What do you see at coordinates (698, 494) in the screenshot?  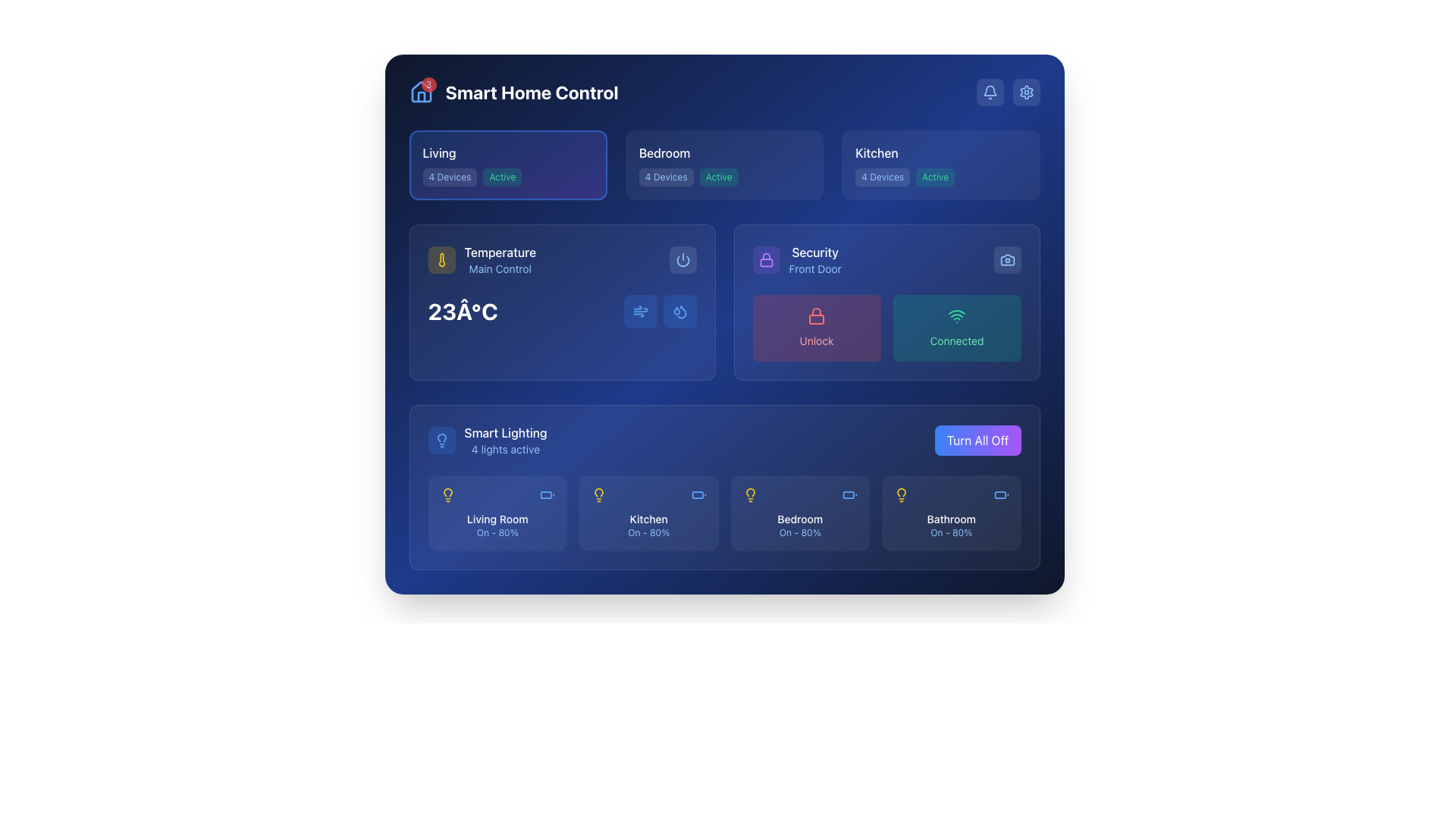 I see `the battery-related icon representing the Kitchen lighting settings in the 'Smart Lighting' section, which is the second icon from the left in the row of icons` at bounding box center [698, 494].